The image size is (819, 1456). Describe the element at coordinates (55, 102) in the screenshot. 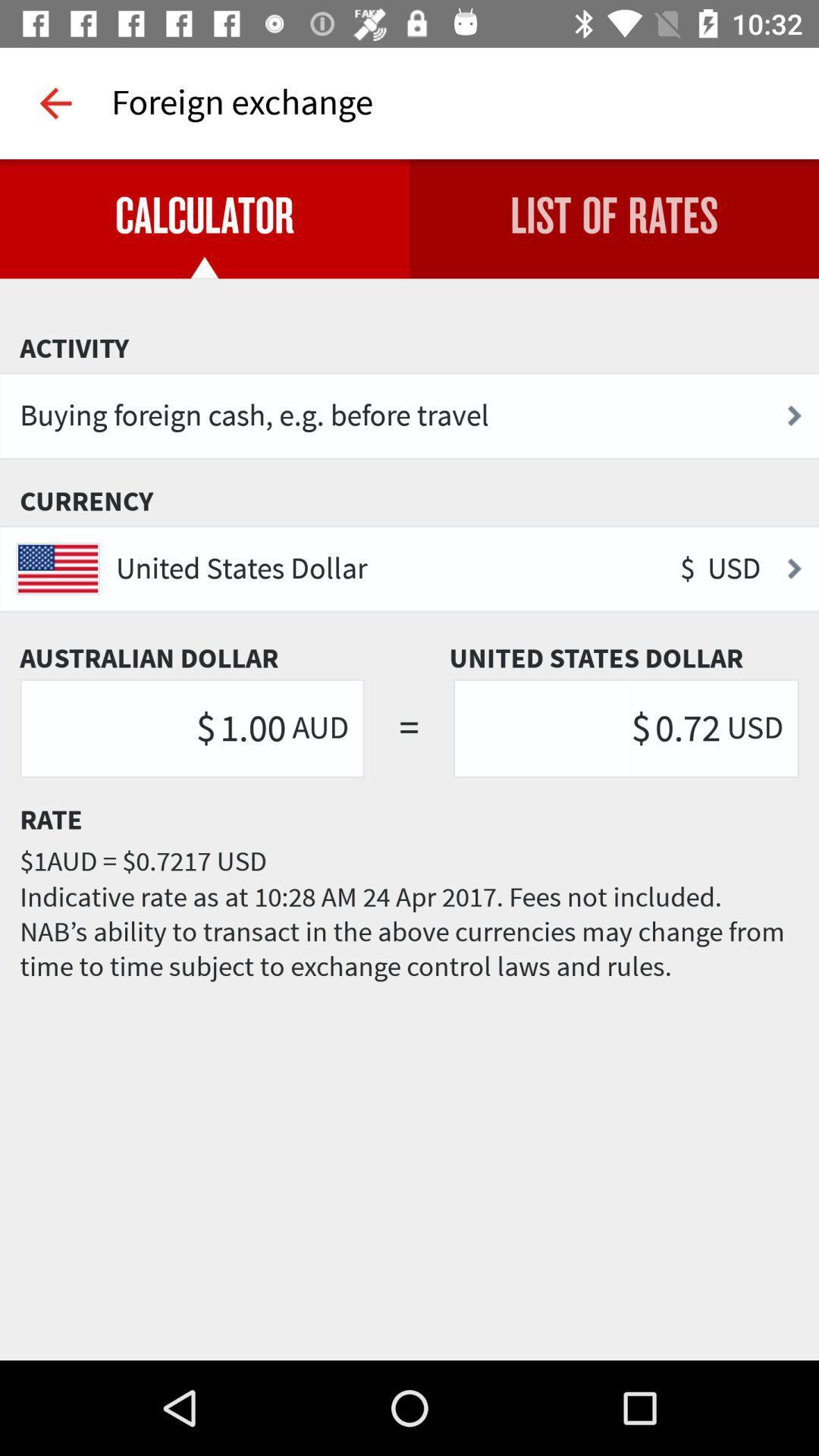

I see `the item next to foreign exchange item` at that location.